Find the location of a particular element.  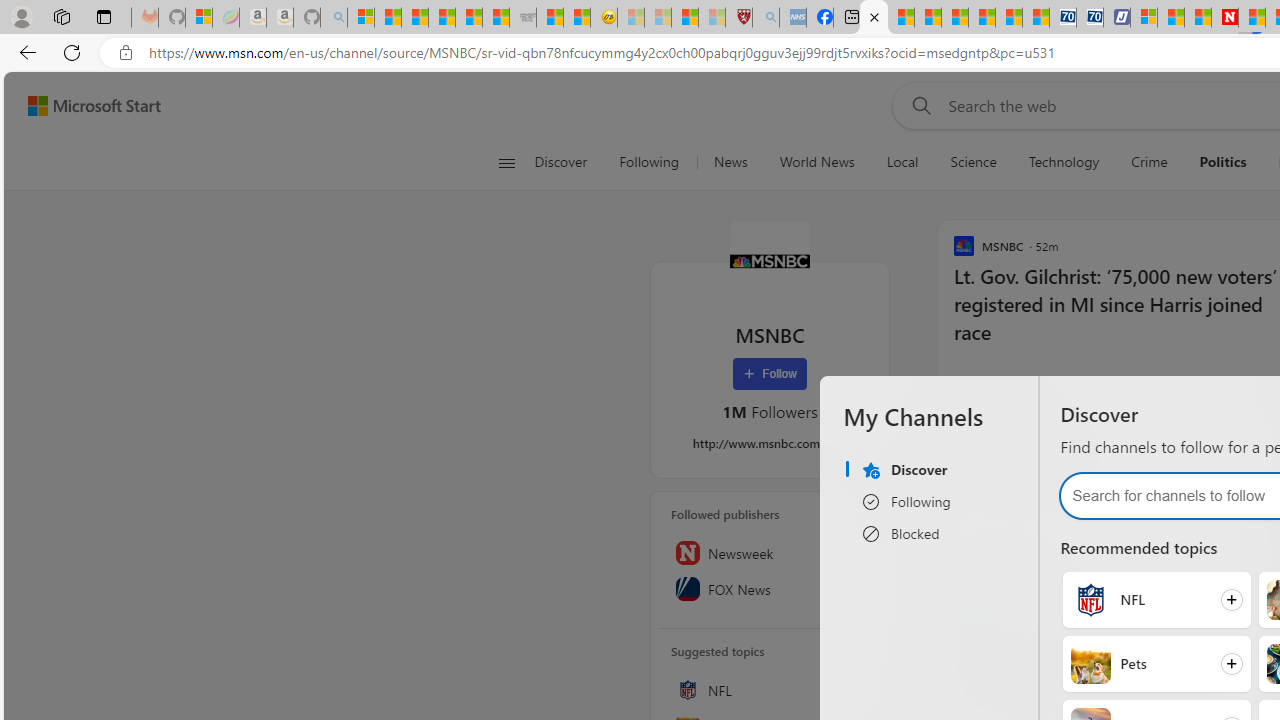

'World News' is located at coordinates (816, 162).